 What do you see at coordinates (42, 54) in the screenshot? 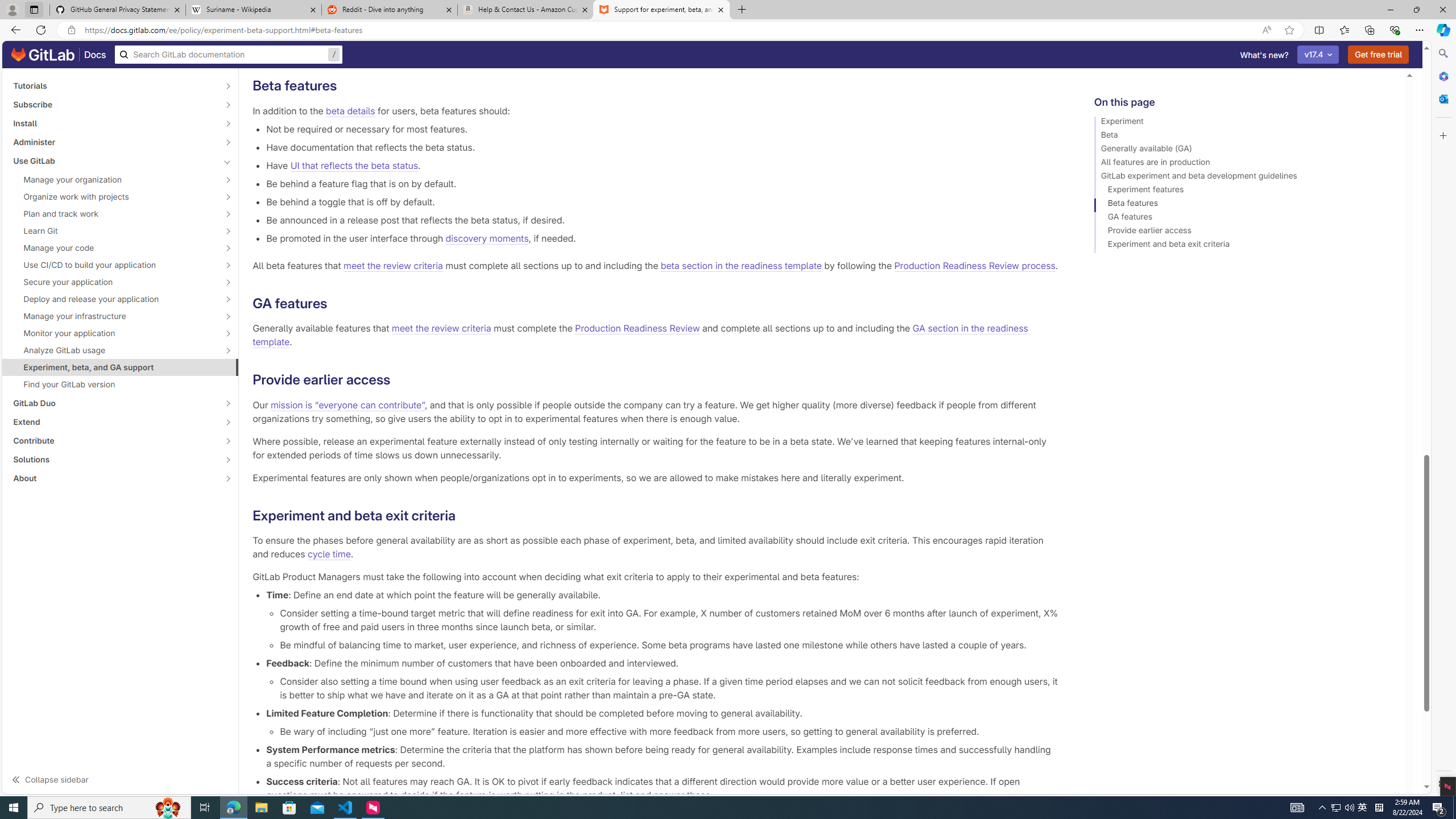
I see `'GitLab documentation home'` at bounding box center [42, 54].